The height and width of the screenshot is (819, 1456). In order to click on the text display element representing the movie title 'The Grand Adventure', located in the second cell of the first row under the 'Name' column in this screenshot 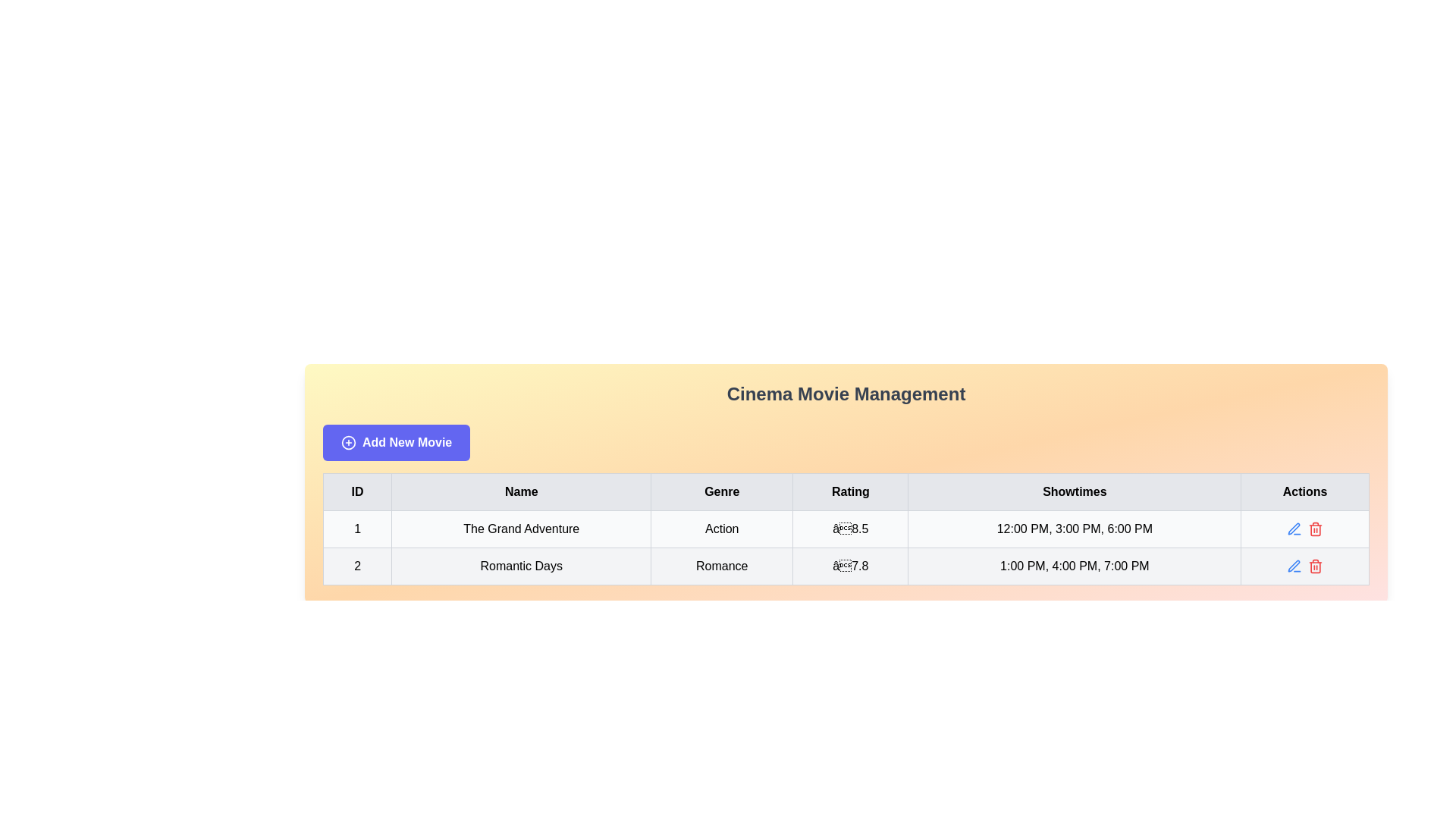, I will do `click(521, 529)`.